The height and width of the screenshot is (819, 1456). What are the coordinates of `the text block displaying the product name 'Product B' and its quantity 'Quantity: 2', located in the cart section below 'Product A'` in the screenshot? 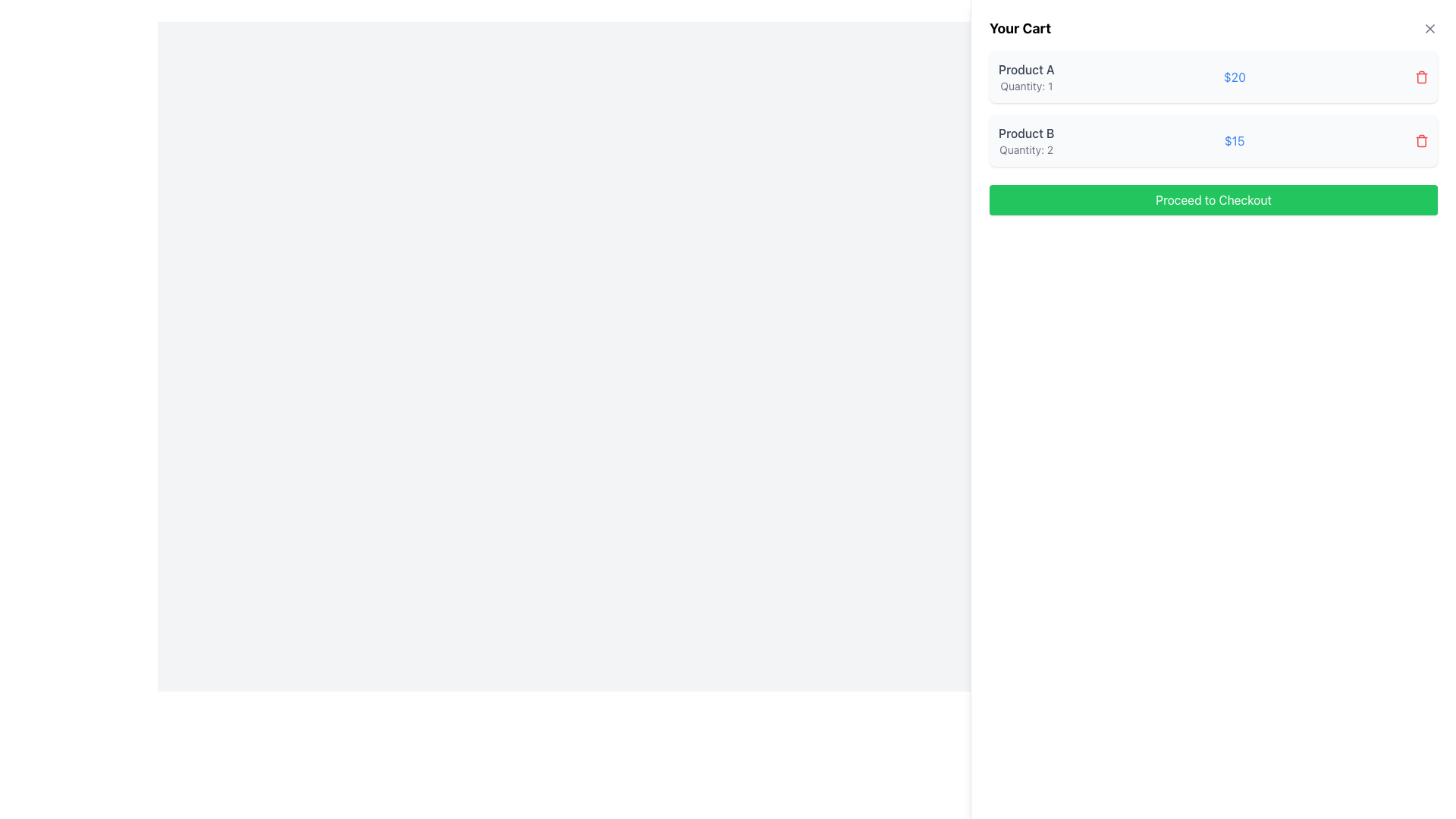 It's located at (1026, 140).